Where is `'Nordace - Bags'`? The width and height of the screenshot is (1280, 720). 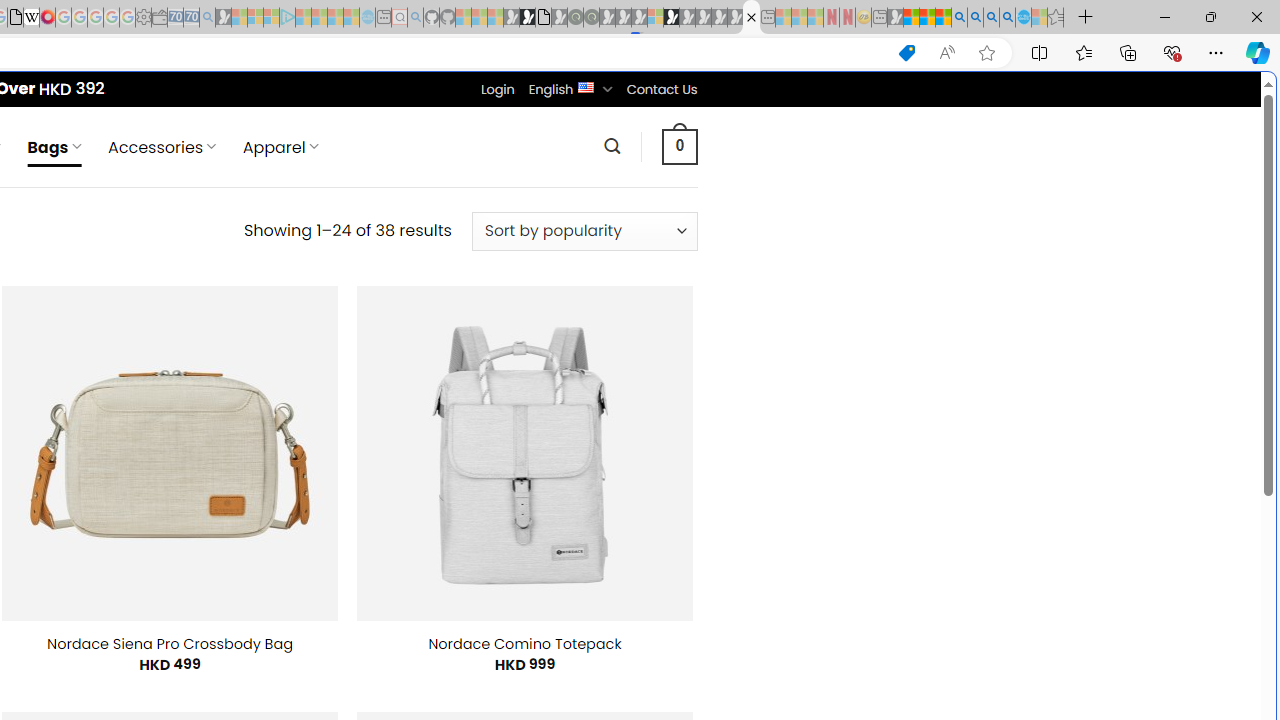
'Nordace - Bags' is located at coordinates (750, 17).